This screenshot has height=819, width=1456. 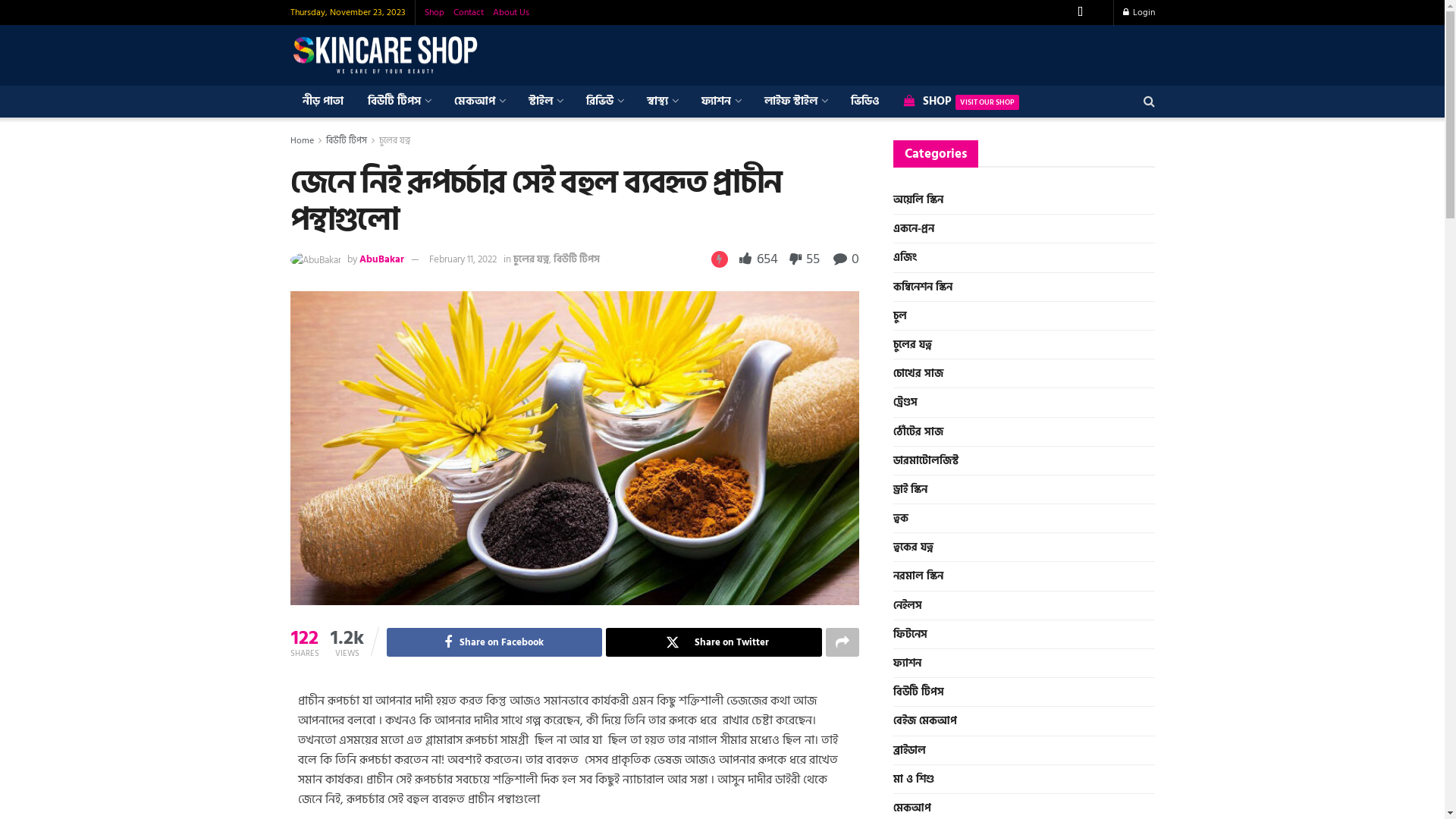 I want to click on 'AbuBakar', so click(x=359, y=259).